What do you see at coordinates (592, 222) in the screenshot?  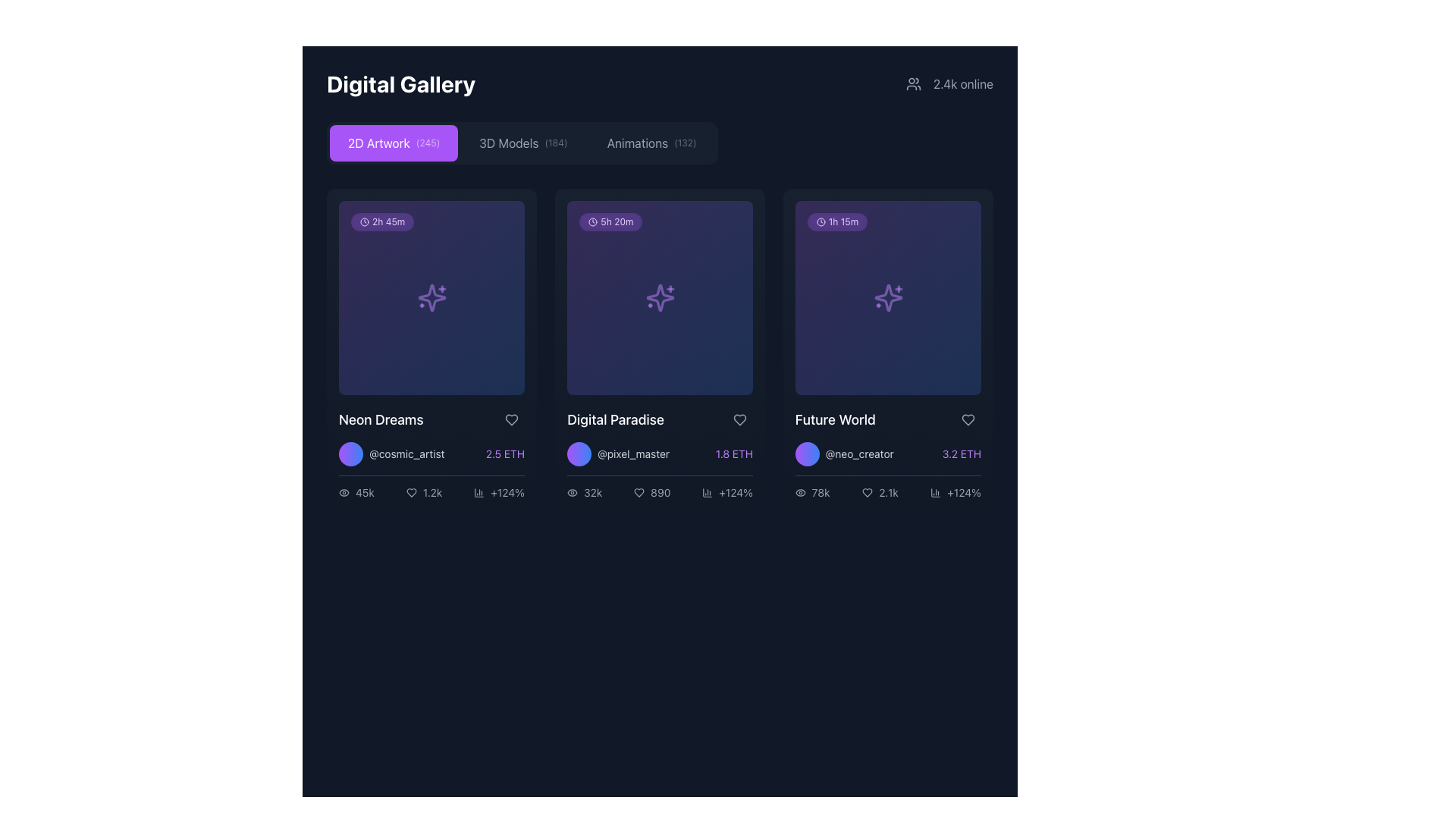 I see `the clock icon located in the top-left portion of the 'Digital Paradise' card, which visually indicates time-related information along with the text '5h 20m'` at bounding box center [592, 222].